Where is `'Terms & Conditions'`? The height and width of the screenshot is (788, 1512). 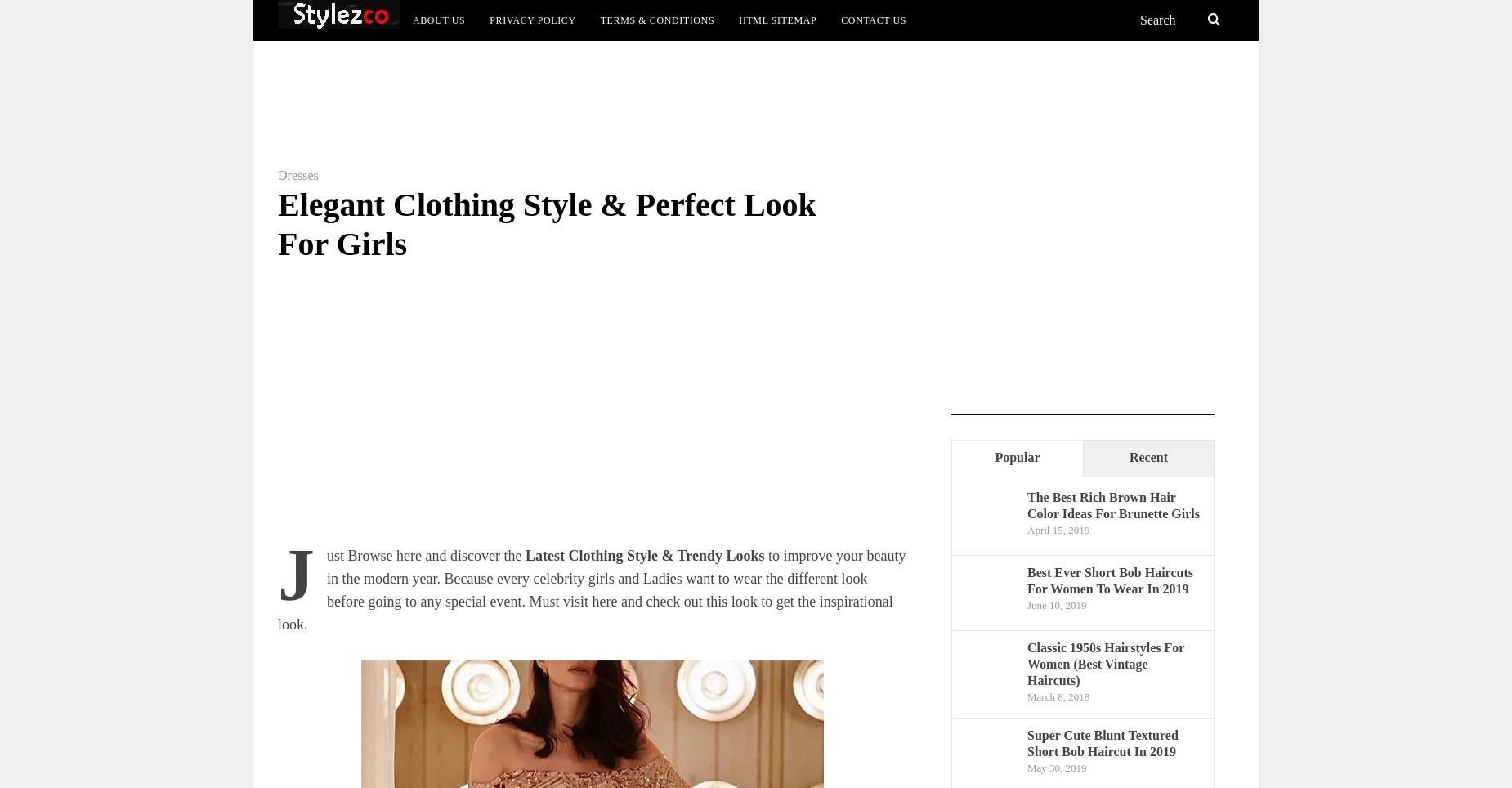
'Terms & Conditions' is located at coordinates (657, 19).